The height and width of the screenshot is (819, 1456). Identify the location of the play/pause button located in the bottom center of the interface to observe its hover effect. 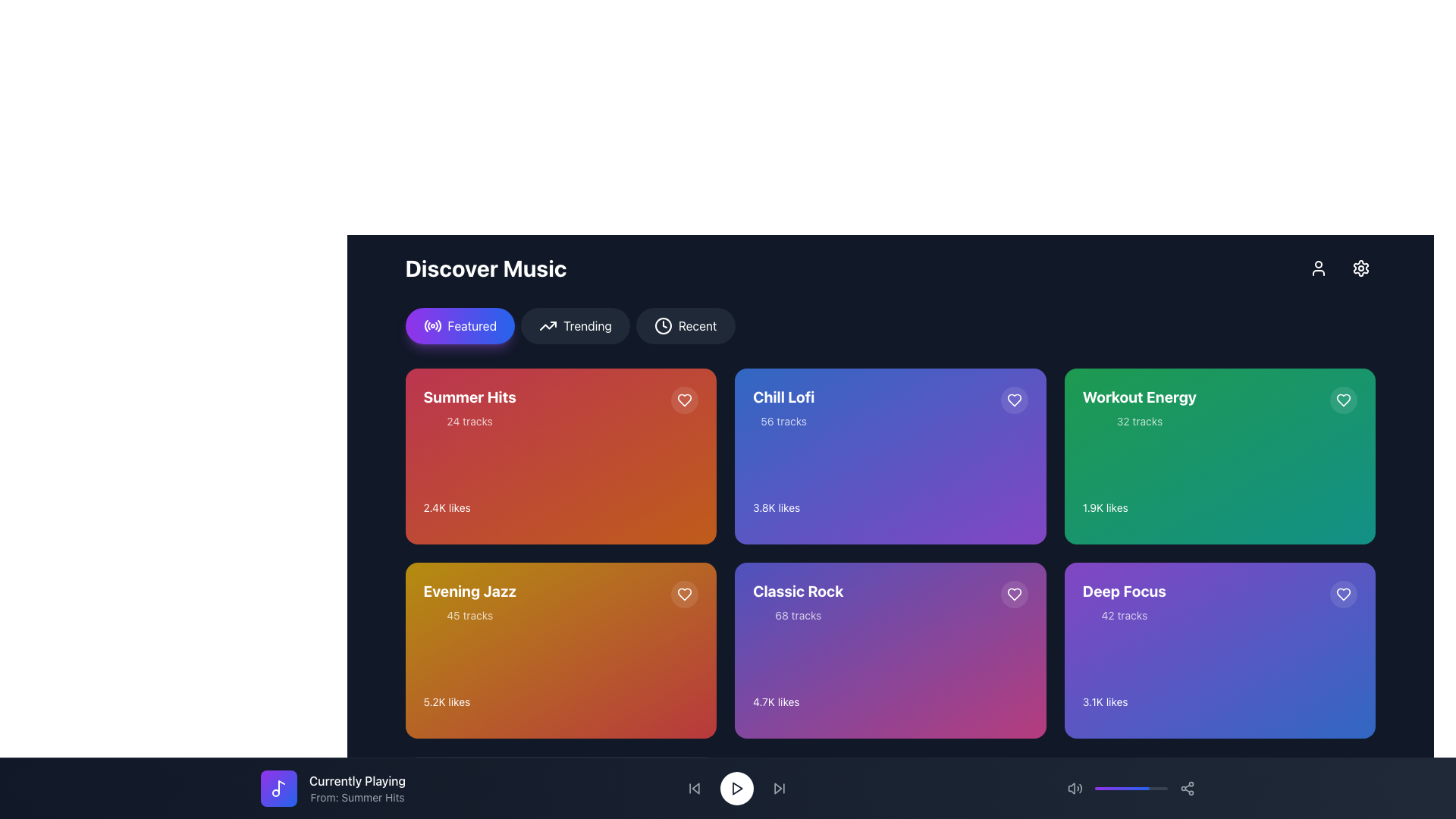
(736, 788).